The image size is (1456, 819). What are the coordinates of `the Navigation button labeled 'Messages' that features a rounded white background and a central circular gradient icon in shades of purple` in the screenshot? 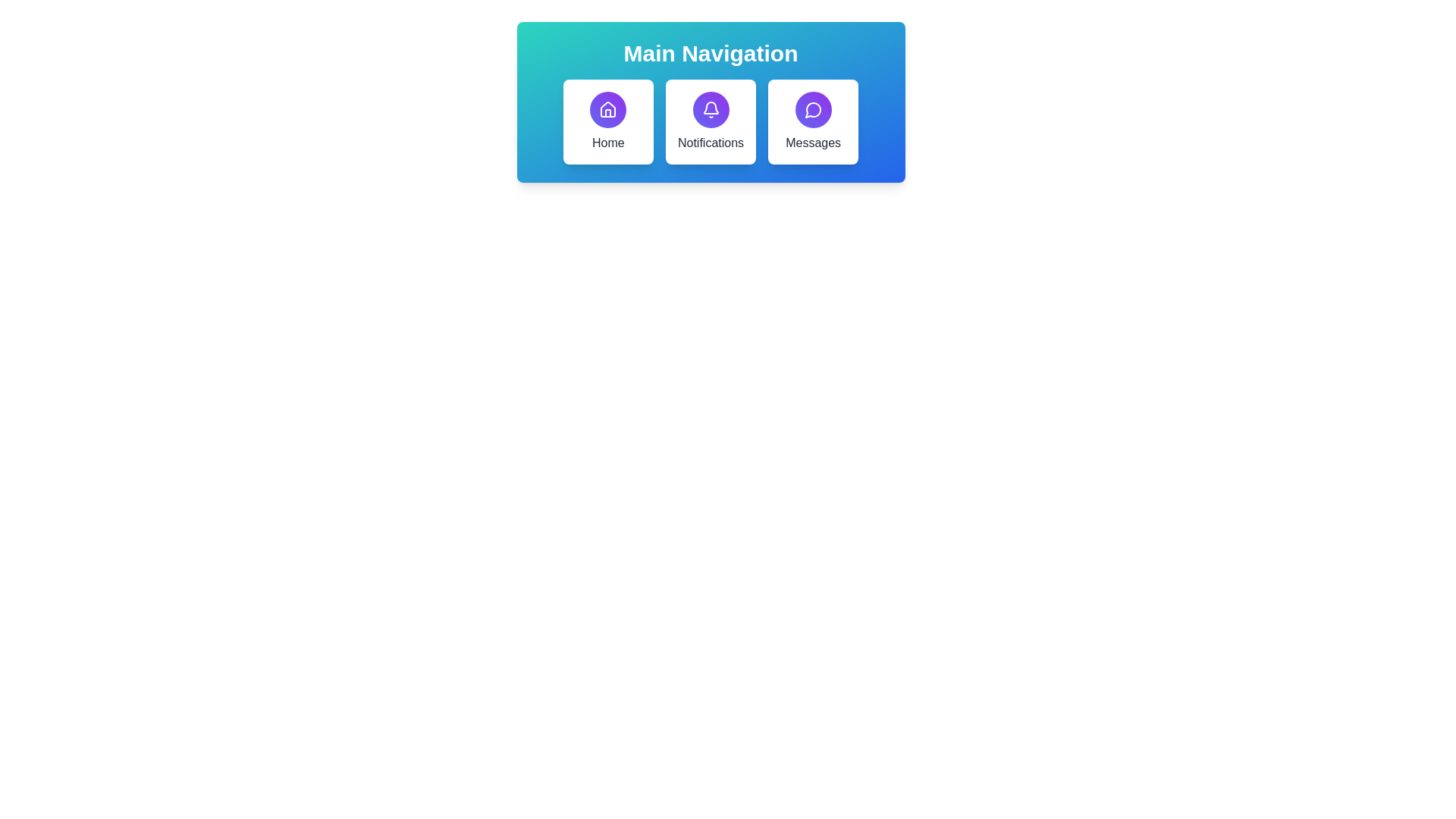 It's located at (812, 121).